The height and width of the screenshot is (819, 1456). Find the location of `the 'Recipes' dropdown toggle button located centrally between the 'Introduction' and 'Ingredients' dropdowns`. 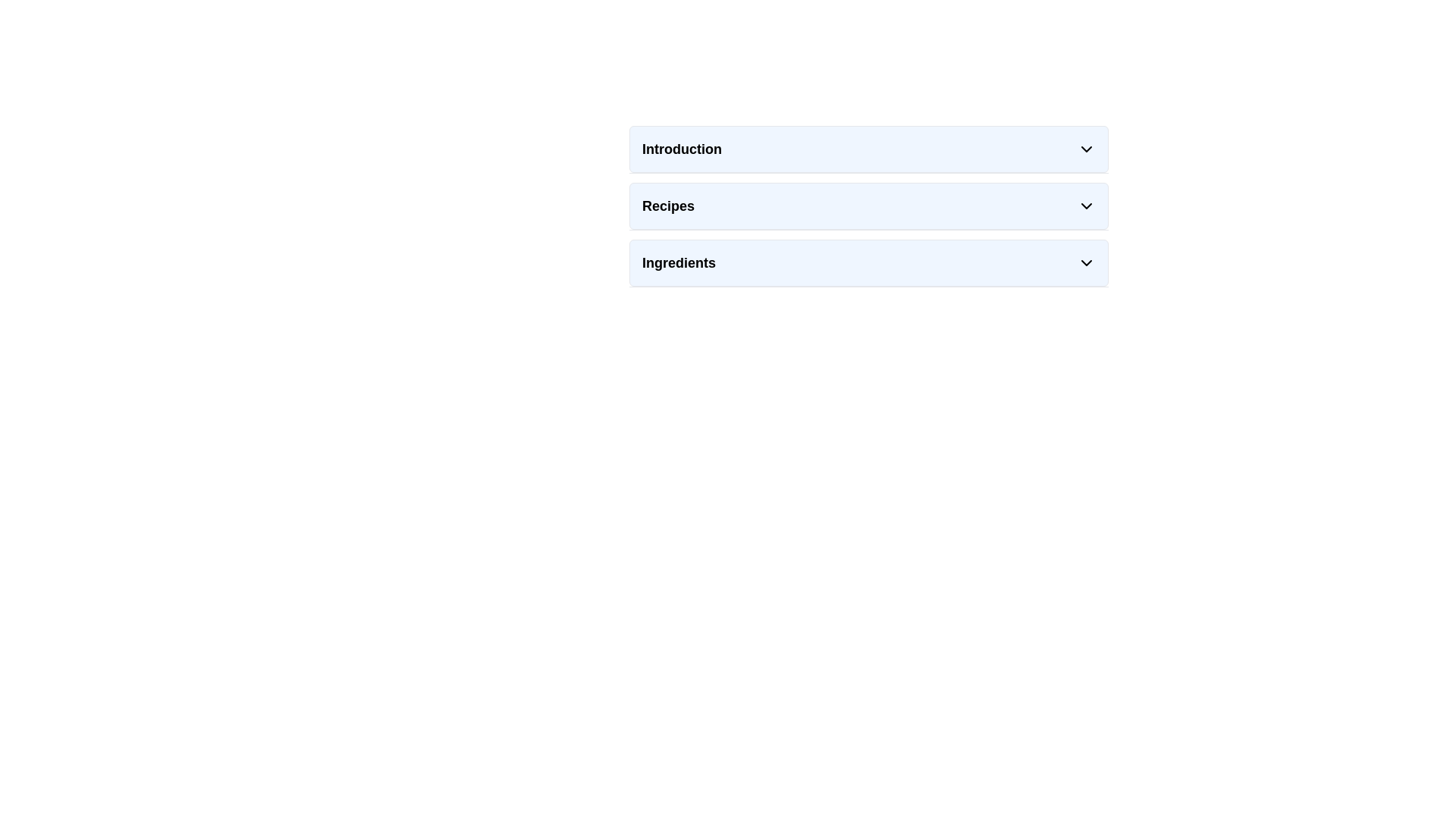

the 'Recipes' dropdown toggle button located centrally between the 'Introduction' and 'Ingredients' dropdowns is located at coordinates (869, 206).